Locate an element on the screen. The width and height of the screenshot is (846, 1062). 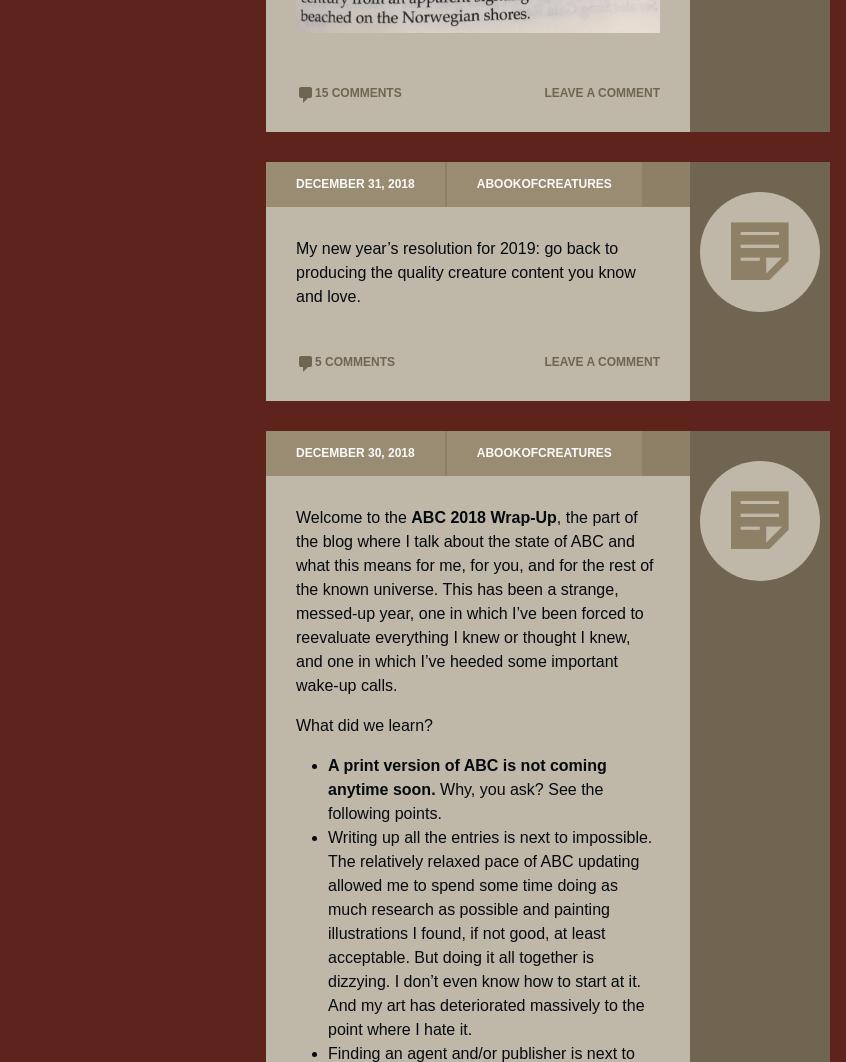
'A print version of ABC is not coming anytime soon.' is located at coordinates (465, 777).